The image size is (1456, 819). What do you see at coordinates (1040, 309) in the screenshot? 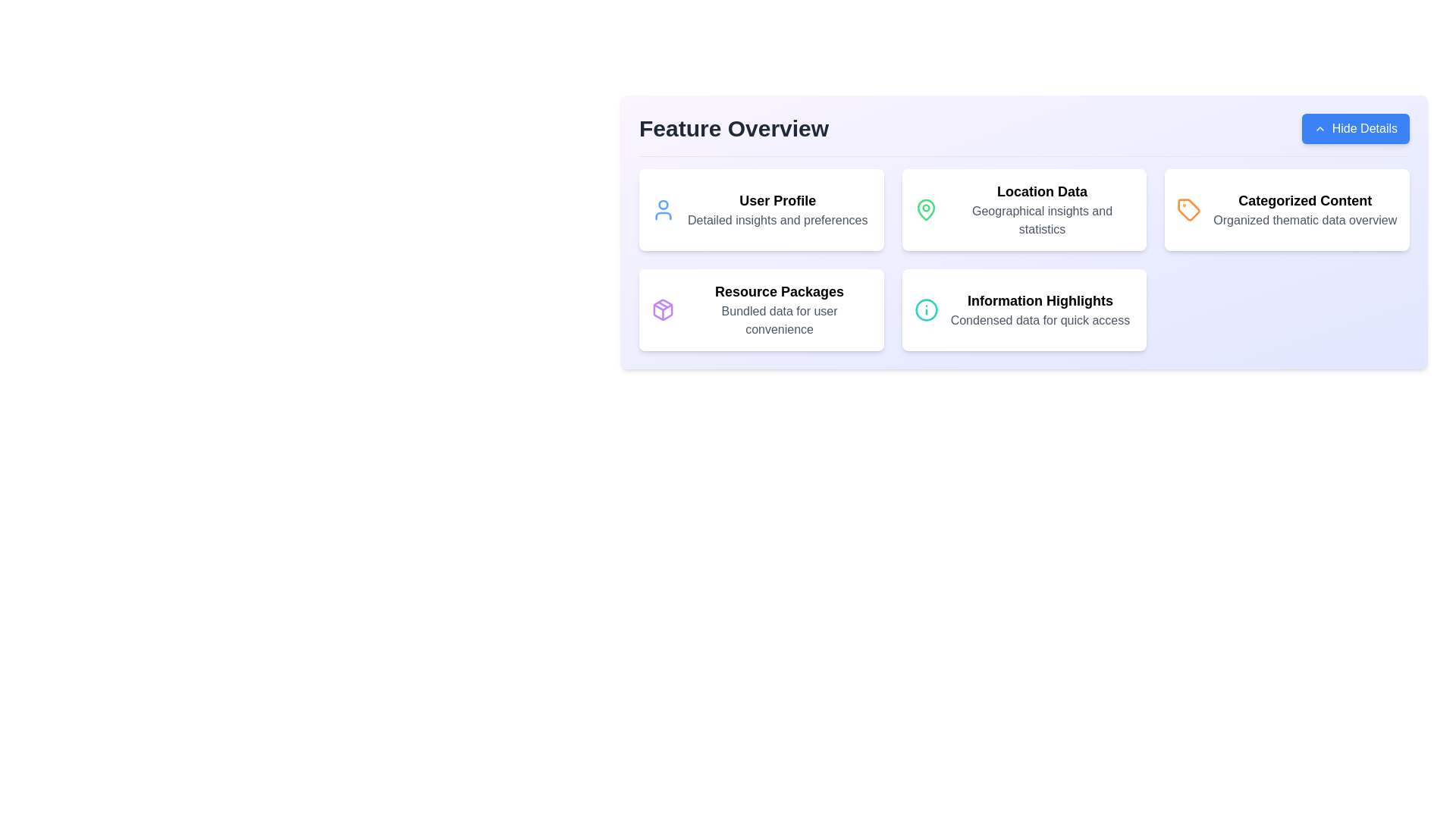
I see `the 'Information Highlights' text block located at the bottom-right corner of the grid under 'Feature Overview', which is encapsulated in a white box with rounded corners` at bounding box center [1040, 309].